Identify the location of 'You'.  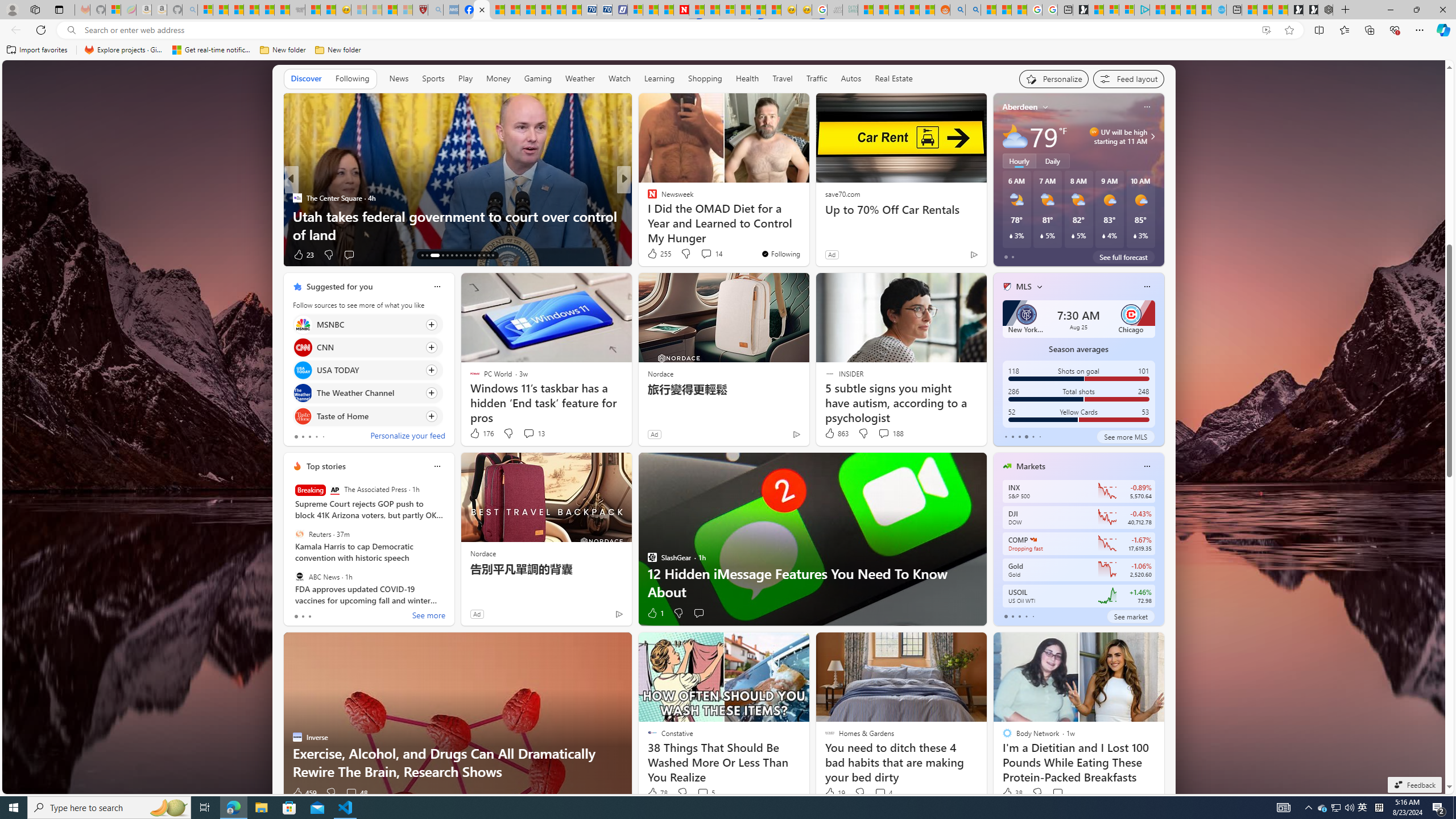
(780, 253).